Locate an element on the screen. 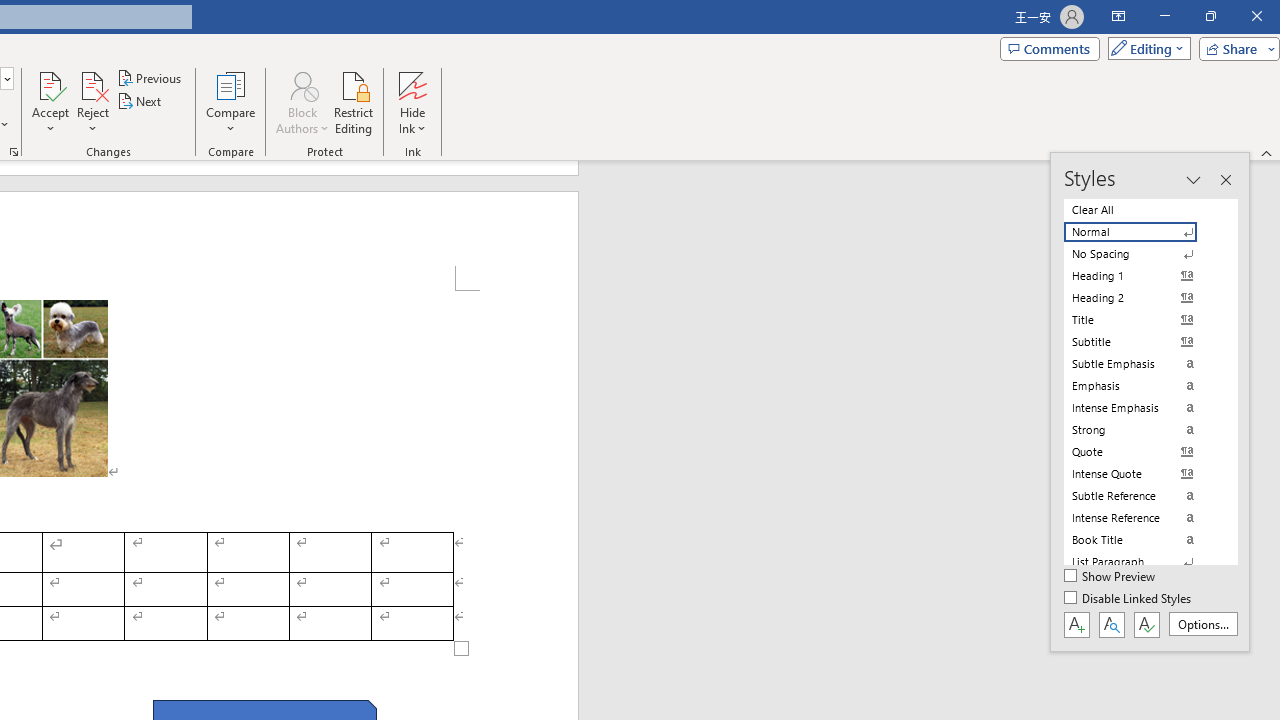 The width and height of the screenshot is (1280, 720). 'Book Title' is located at coordinates (1142, 540).